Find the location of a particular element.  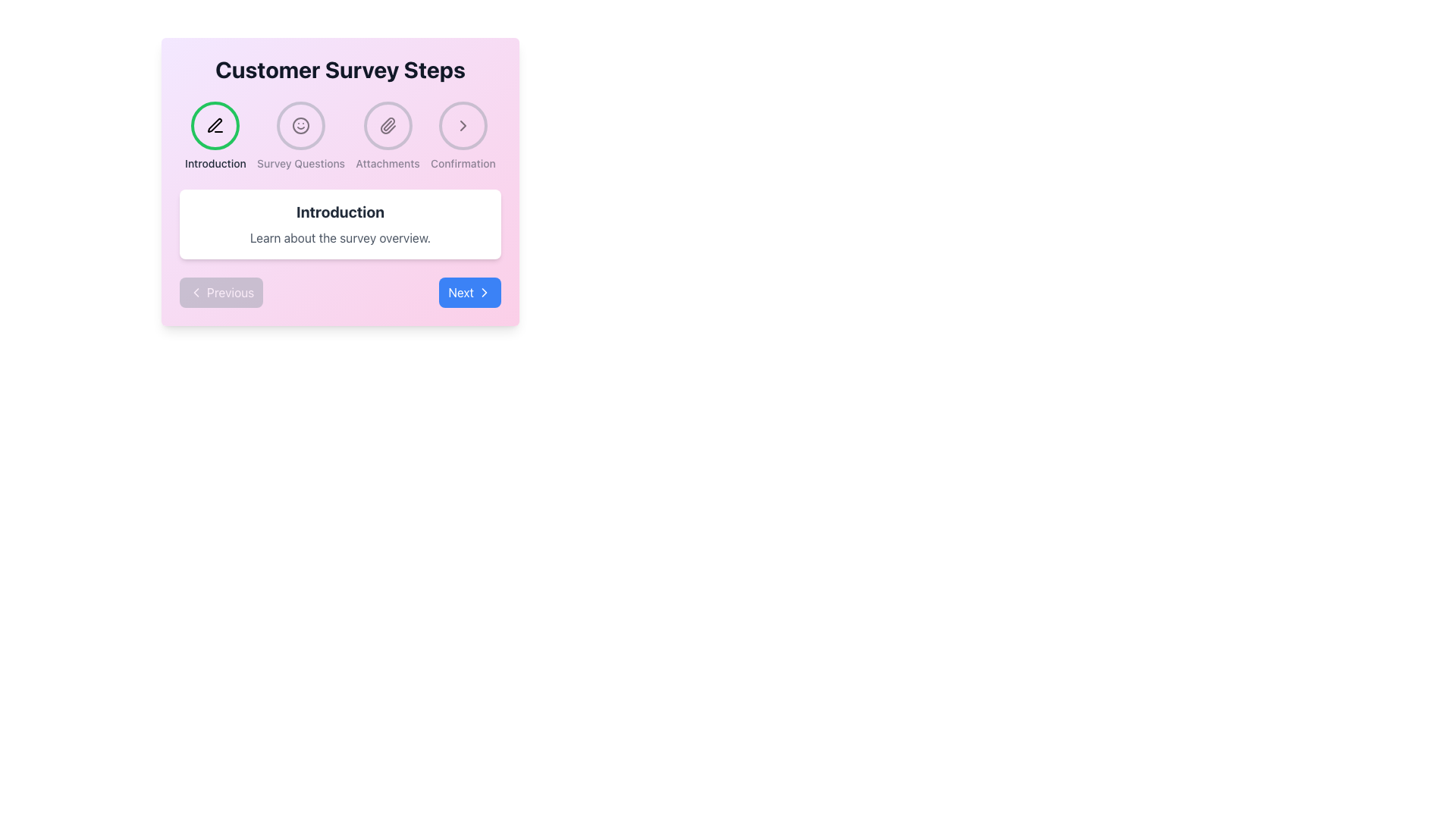

the 'Next' button located in the bottom-right corner of the interface to proceed to the next step of the process is located at coordinates (469, 292).